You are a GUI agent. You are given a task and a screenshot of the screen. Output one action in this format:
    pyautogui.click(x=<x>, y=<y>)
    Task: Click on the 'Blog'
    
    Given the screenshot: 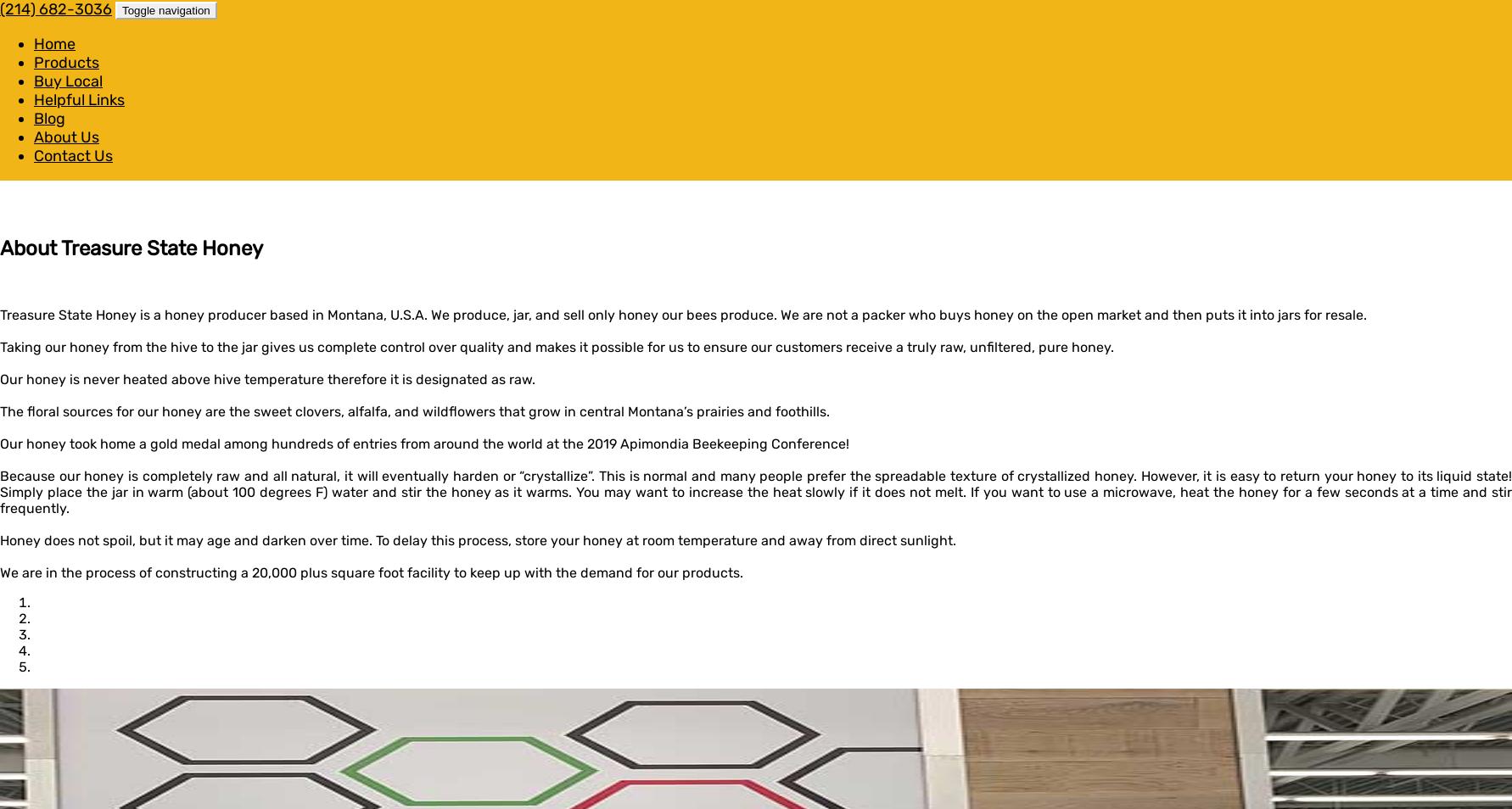 What is the action you would take?
    pyautogui.click(x=33, y=118)
    